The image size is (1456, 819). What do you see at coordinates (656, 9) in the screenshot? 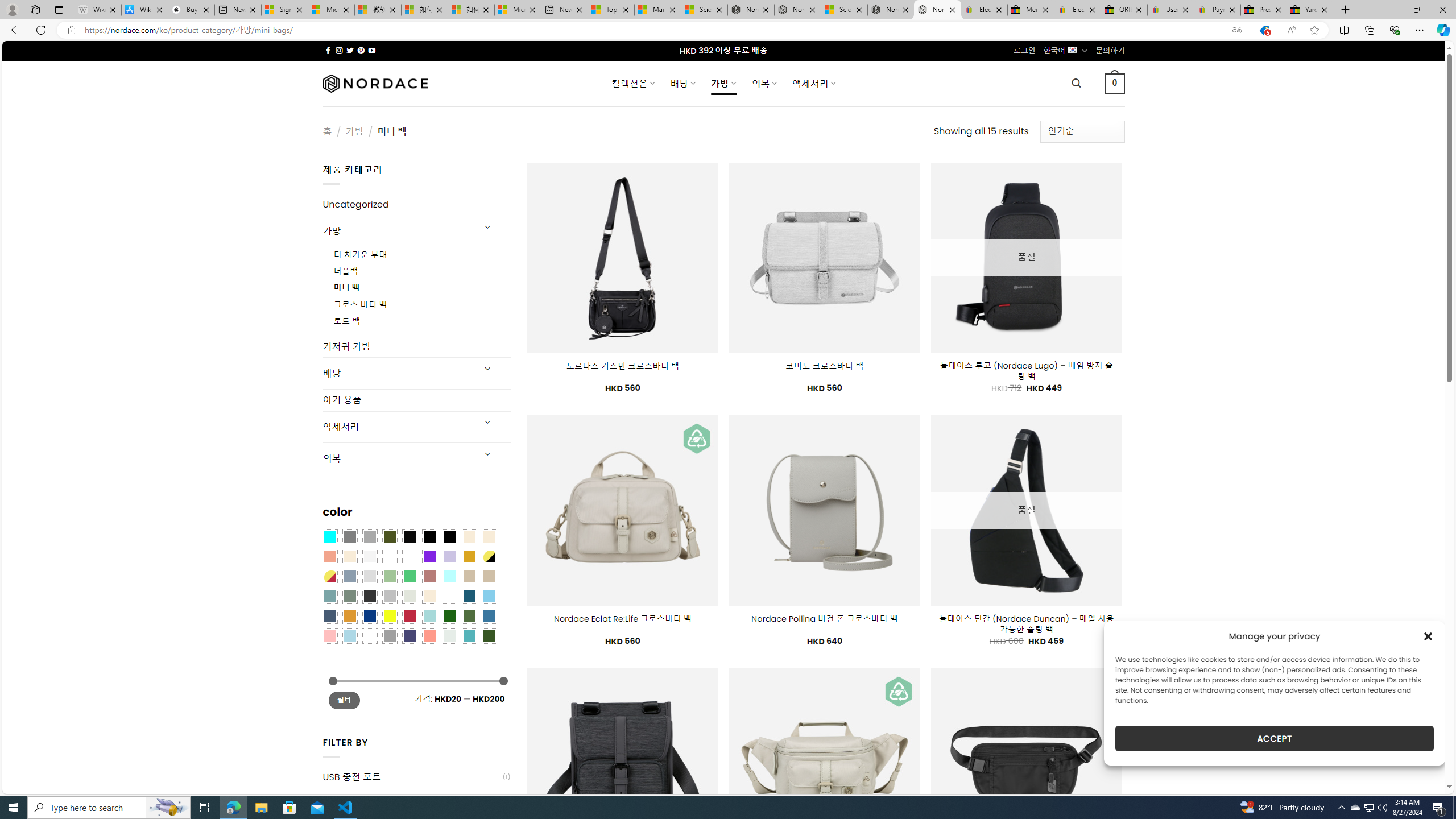
I see `'Marine life - MSN'` at bounding box center [656, 9].